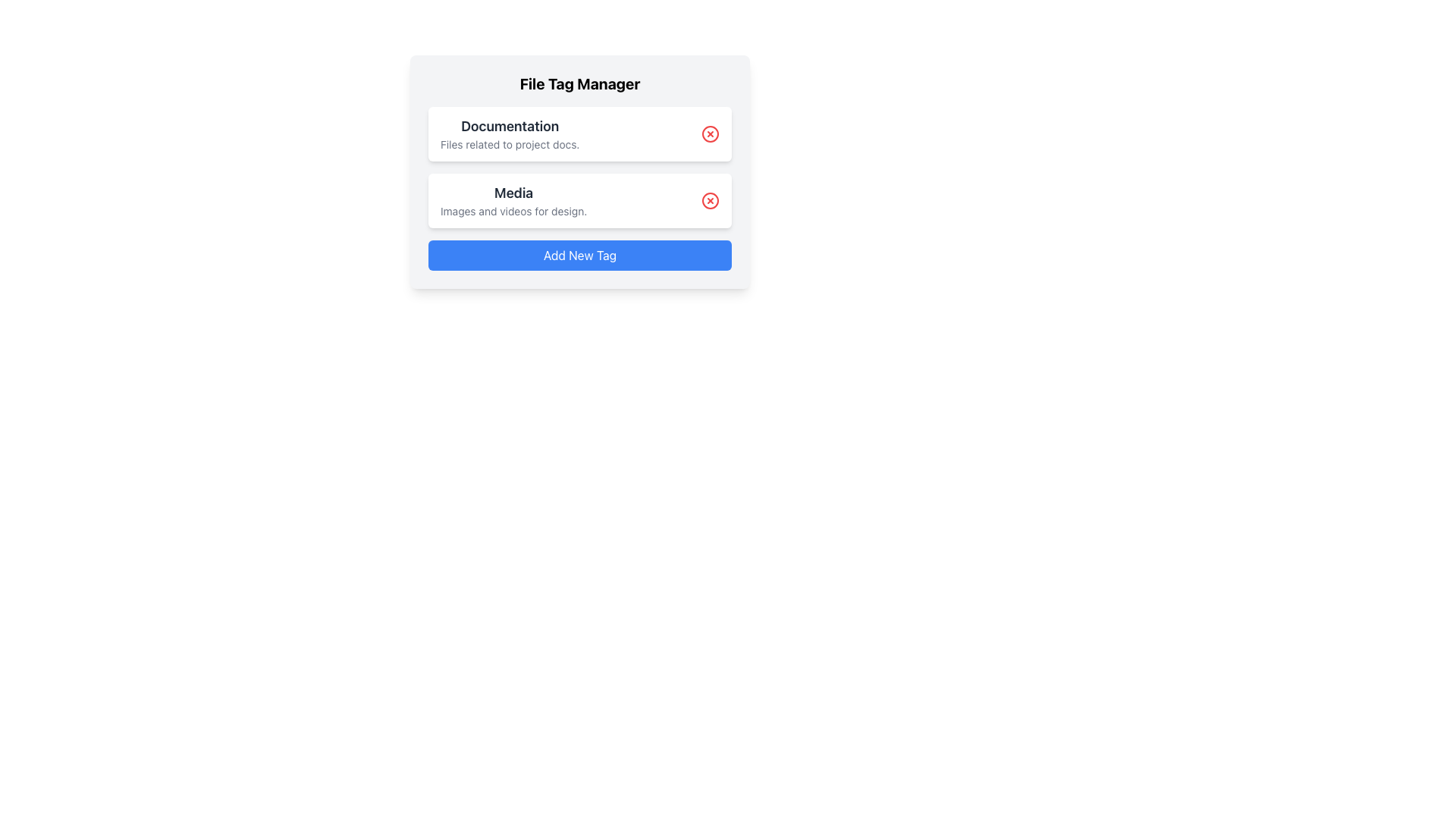 The image size is (1456, 819). What do you see at coordinates (510, 145) in the screenshot?
I see `the descriptive text element located in the 'Documentation' section of the card layout, which provides information about project documents` at bounding box center [510, 145].